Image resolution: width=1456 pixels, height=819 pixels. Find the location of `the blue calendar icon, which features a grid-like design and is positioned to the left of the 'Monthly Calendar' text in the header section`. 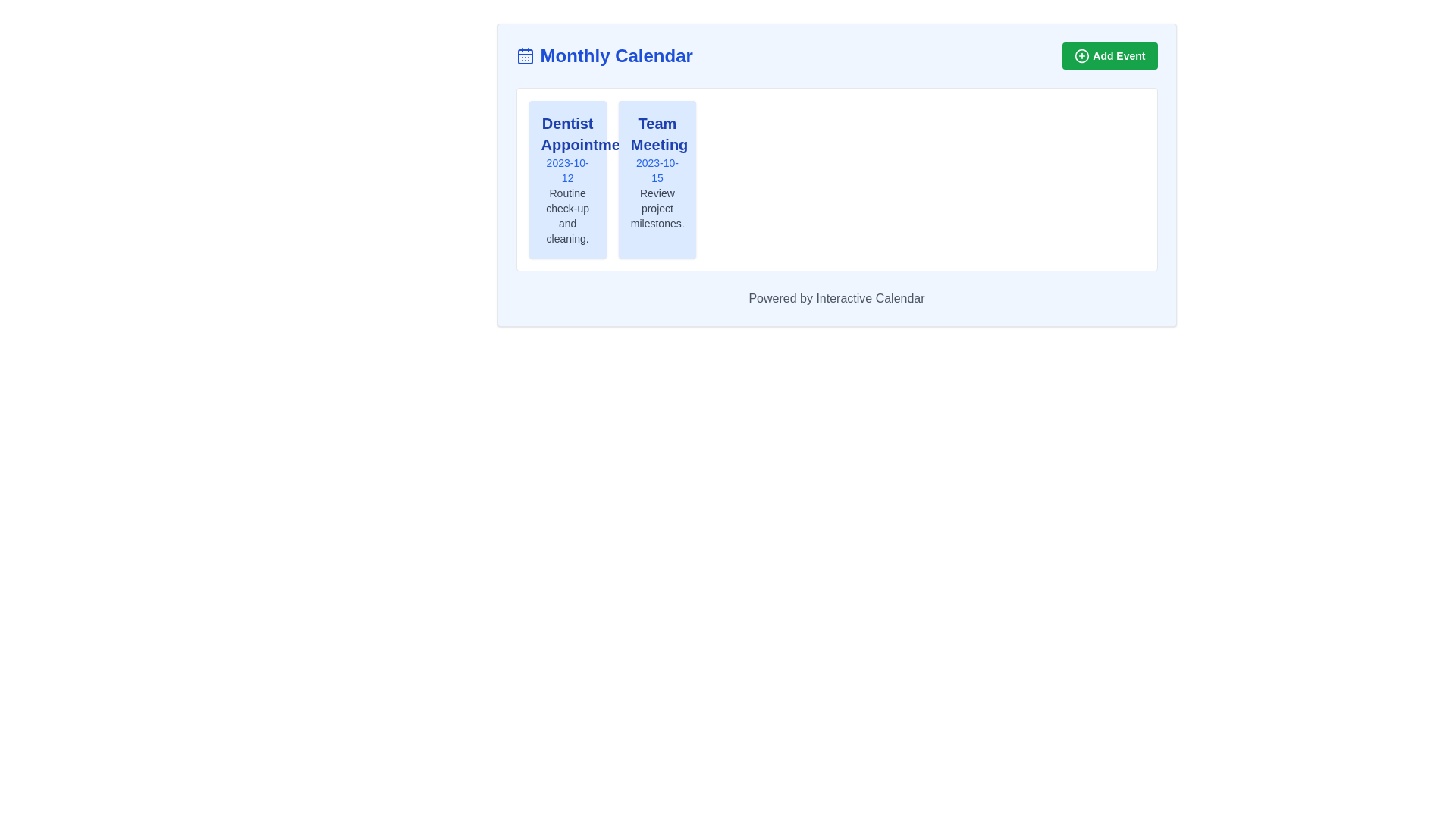

the blue calendar icon, which features a grid-like design and is positioned to the left of the 'Monthly Calendar' text in the header section is located at coordinates (525, 55).